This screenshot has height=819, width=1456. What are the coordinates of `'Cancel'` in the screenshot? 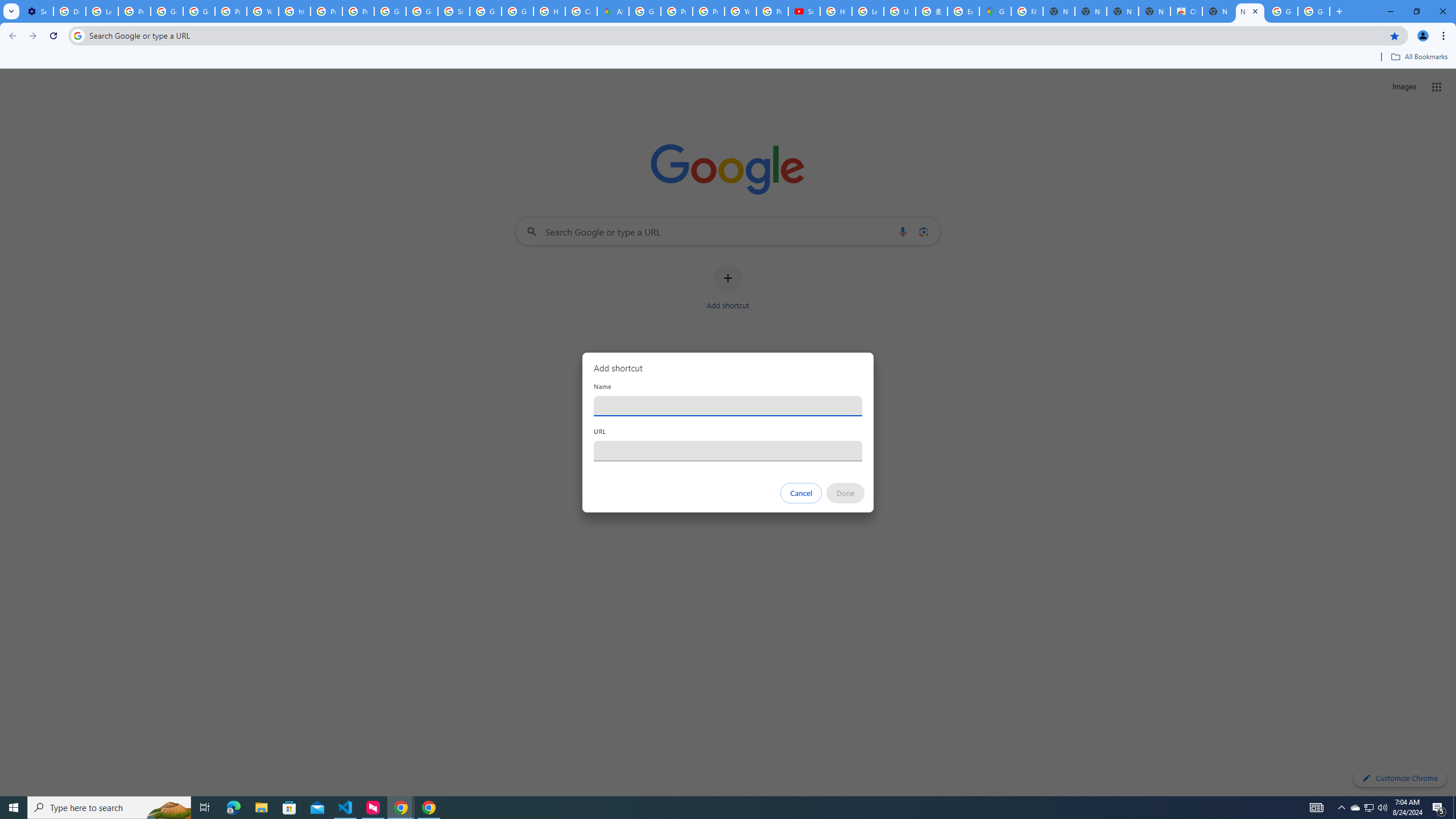 It's located at (801, 493).